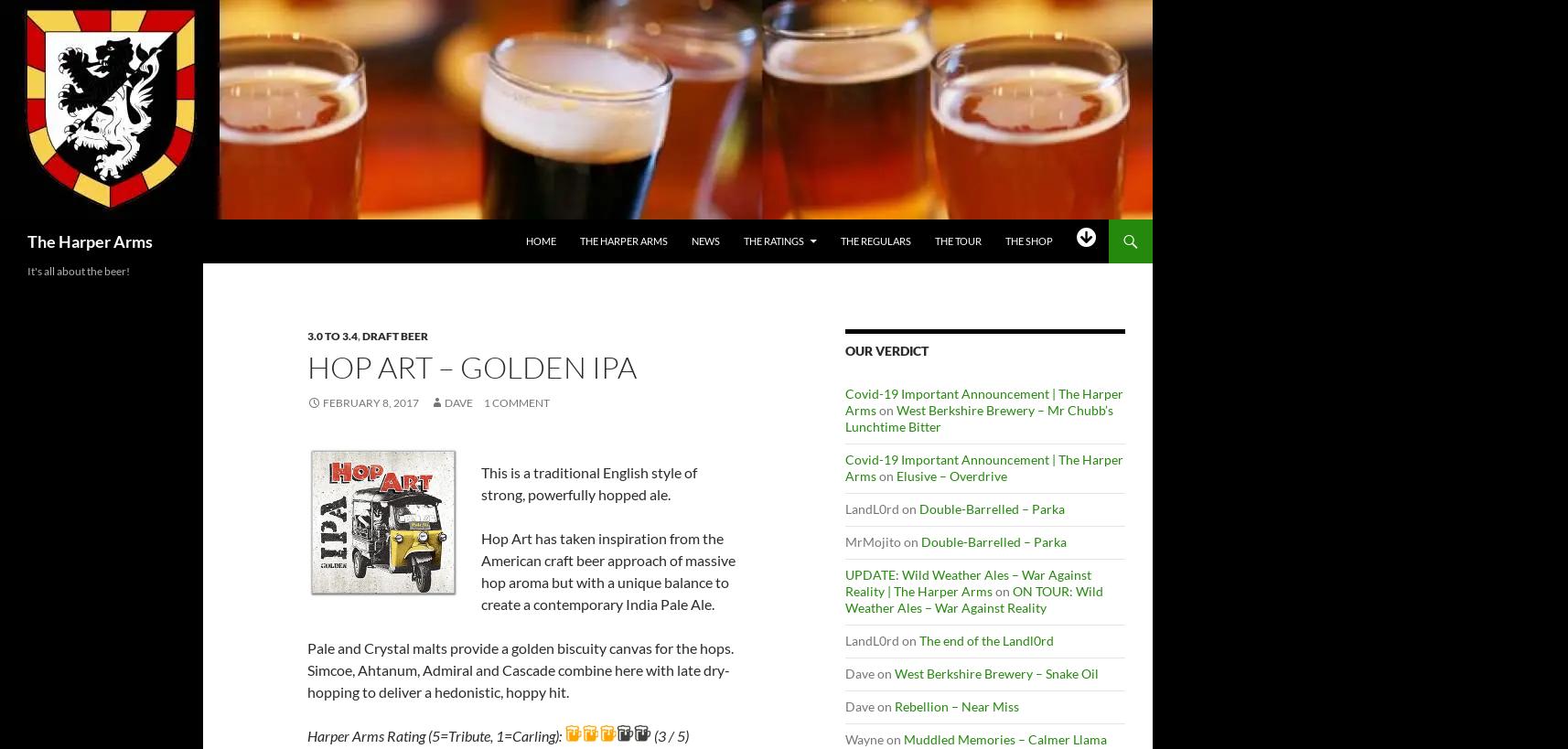 This screenshot has width=1568, height=749. Describe the element at coordinates (1029, 240) in the screenshot. I see `'The Shop'` at that location.